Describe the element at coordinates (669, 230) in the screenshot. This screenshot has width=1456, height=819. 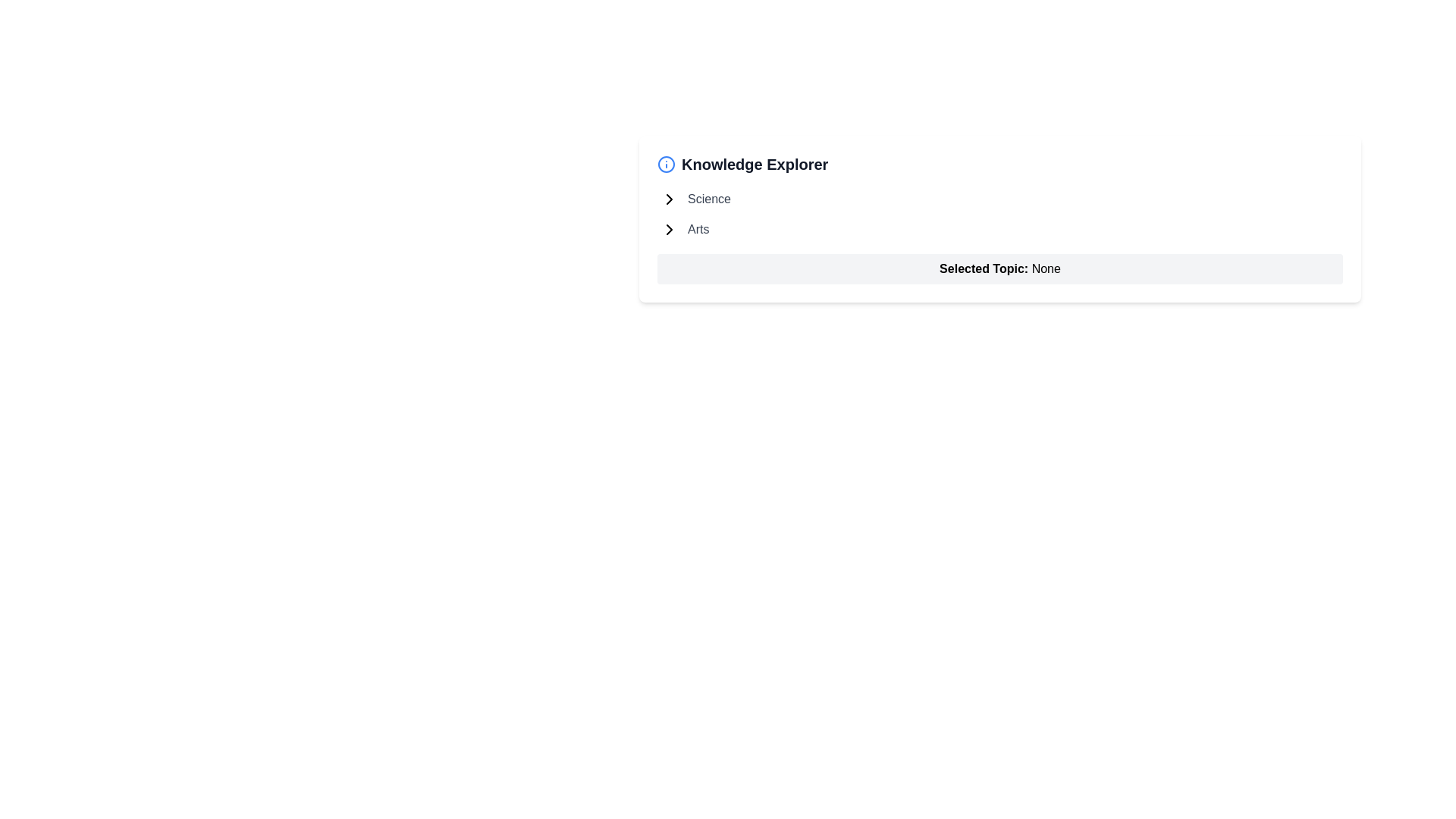
I see `the small, right-pointing chevron icon located to the left of the text 'Arts'` at that location.